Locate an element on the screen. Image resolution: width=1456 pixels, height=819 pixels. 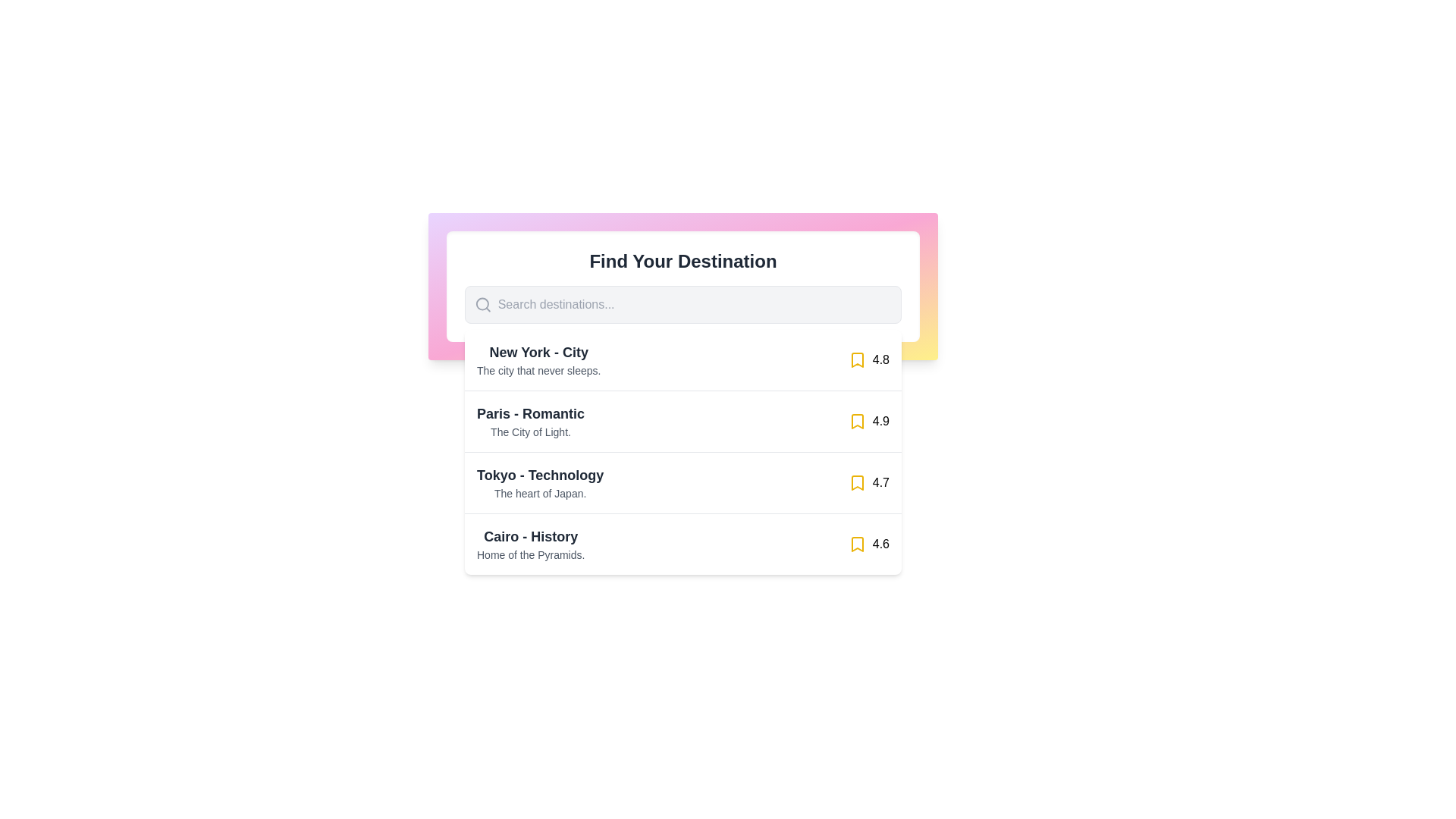
the text label displaying 'The City of Light.' which is located beneath the bold title 'Paris - Romantic' in the vertical list is located at coordinates (531, 432).